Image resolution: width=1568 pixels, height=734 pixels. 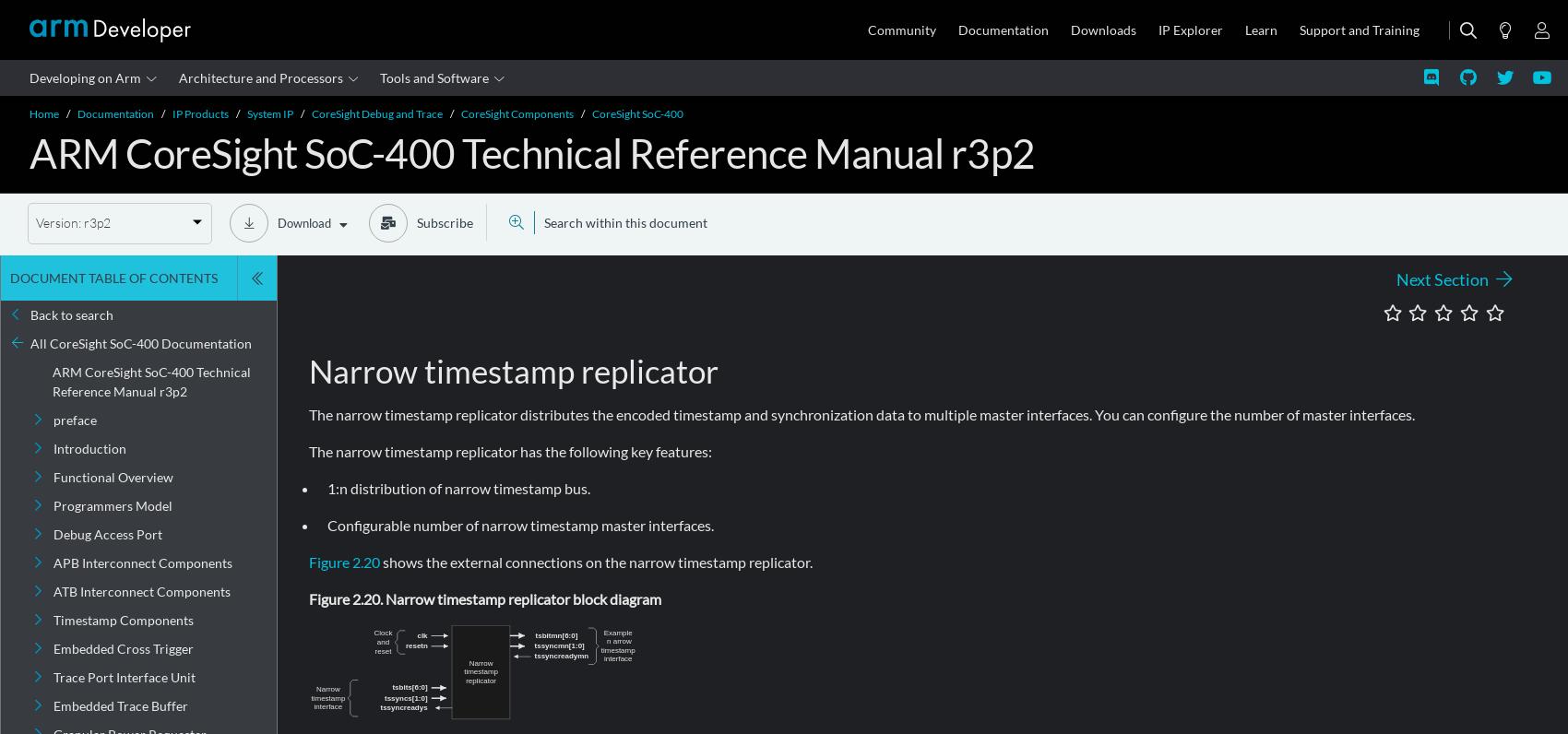 What do you see at coordinates (53, 676) in the screenshot?
I see `'Trace Port Interface Unit'` at bounding box center [53, 676].